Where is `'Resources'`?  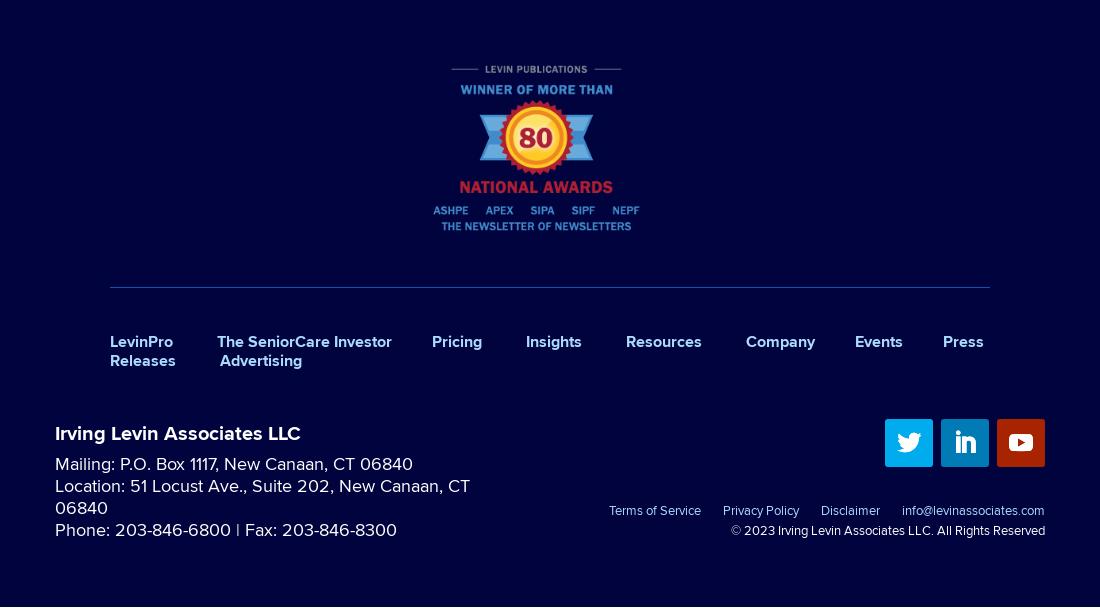 'Resources' is located at coordinates (663, 340).